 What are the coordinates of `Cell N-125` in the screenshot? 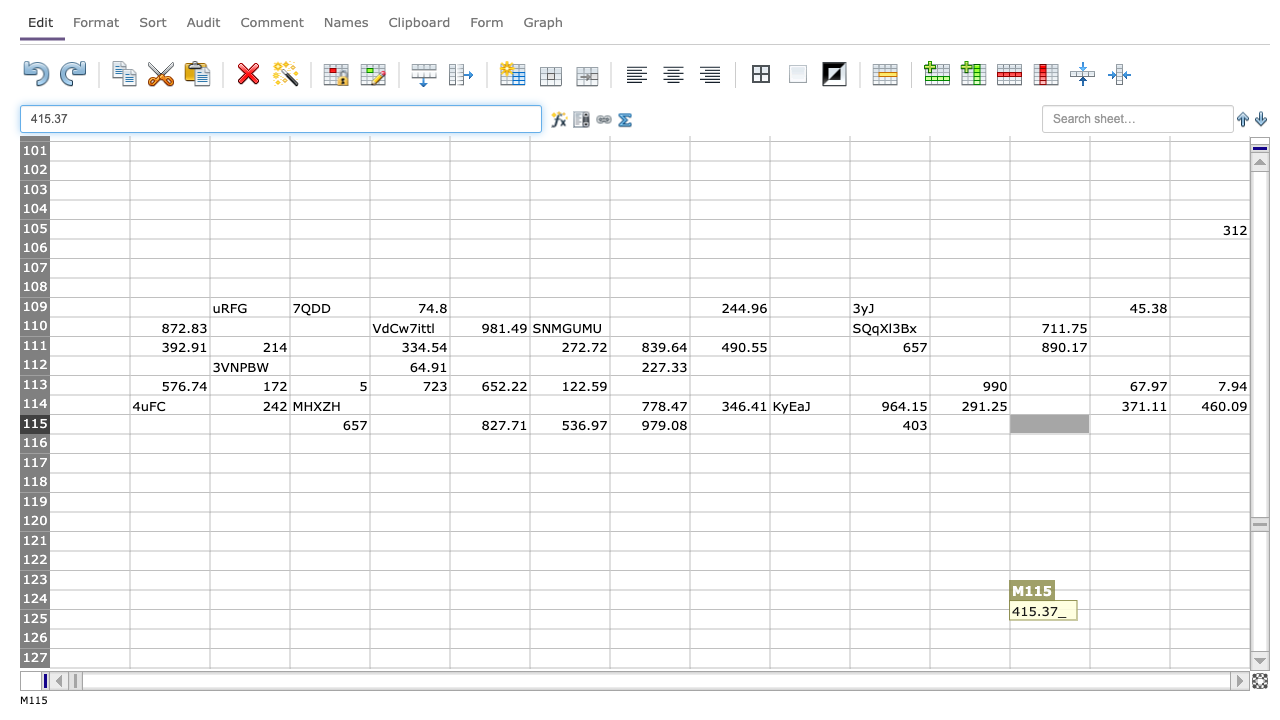 It's located at (1129, 618).